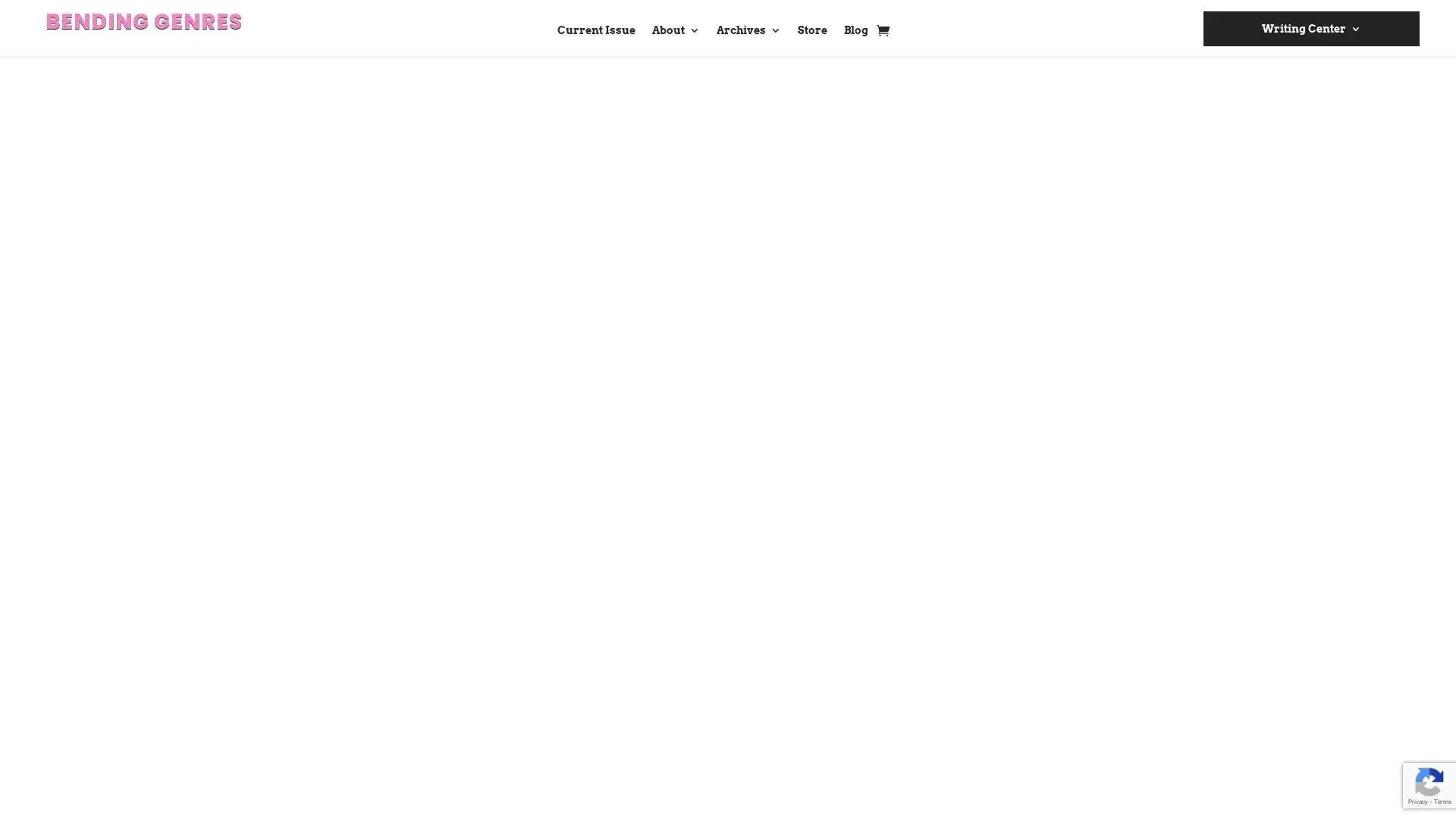 Image resolution: width=1456 pixels, height=819 pixels. I want to click on Search, so click(1112, 315).